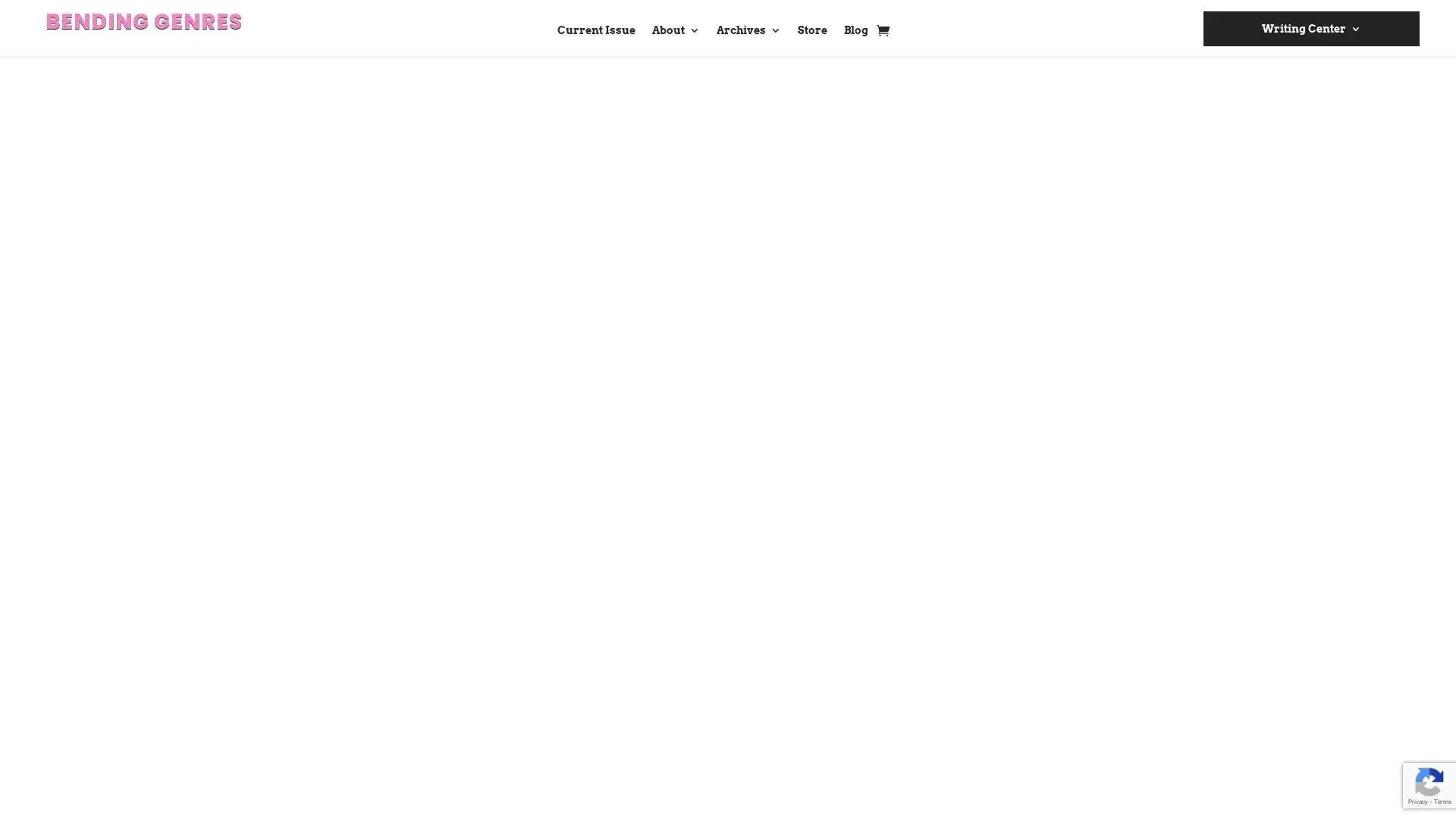 Image resolution: width=1456 pixels, height=819 pixels. I want to click on Search, so click(1112, 315).